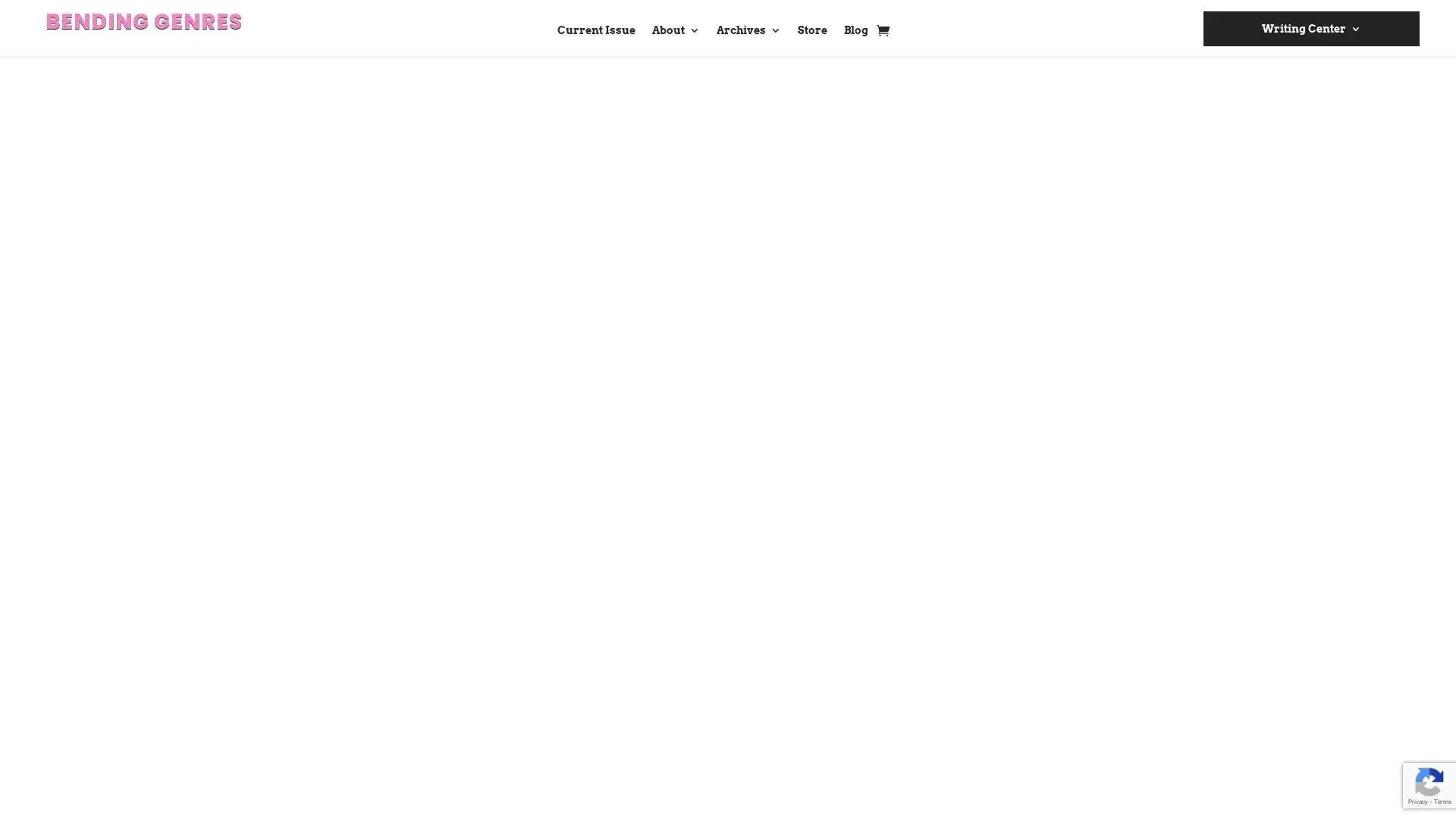 Image resolution: width=1456 pixels, height=819 pixels. I want to click on Search, so click(1112, 315).